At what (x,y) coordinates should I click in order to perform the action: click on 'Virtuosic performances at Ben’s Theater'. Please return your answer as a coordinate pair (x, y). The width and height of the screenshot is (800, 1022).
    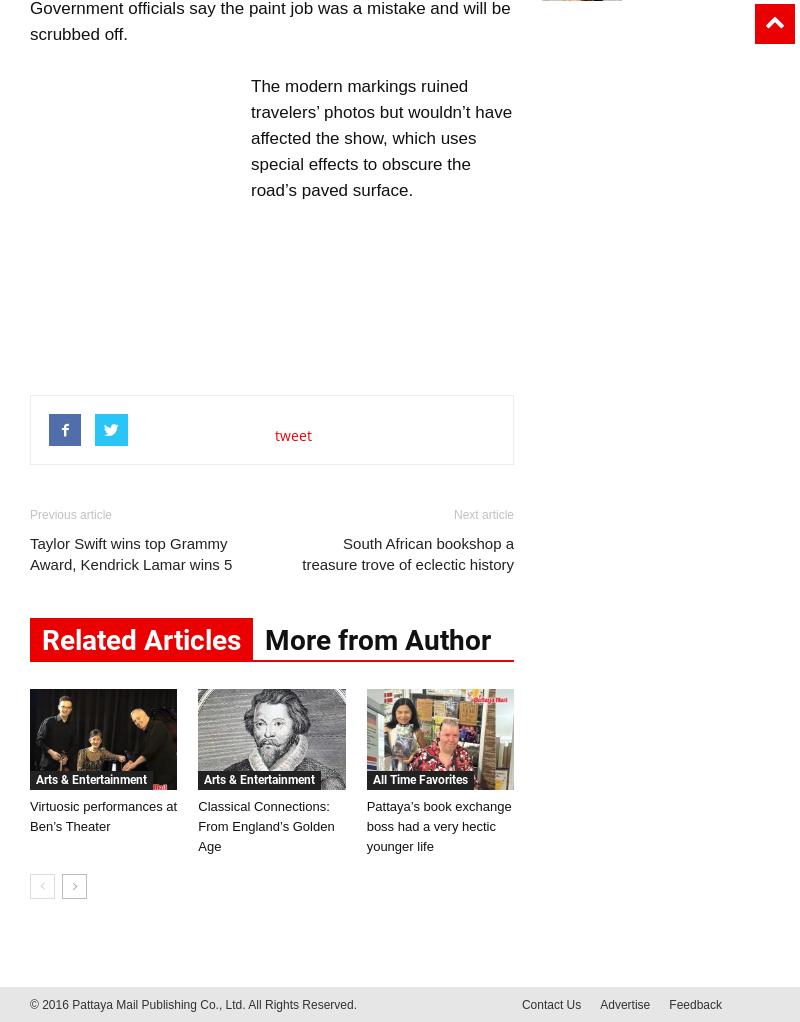
    Looking at the image, I should click on (102, 815).